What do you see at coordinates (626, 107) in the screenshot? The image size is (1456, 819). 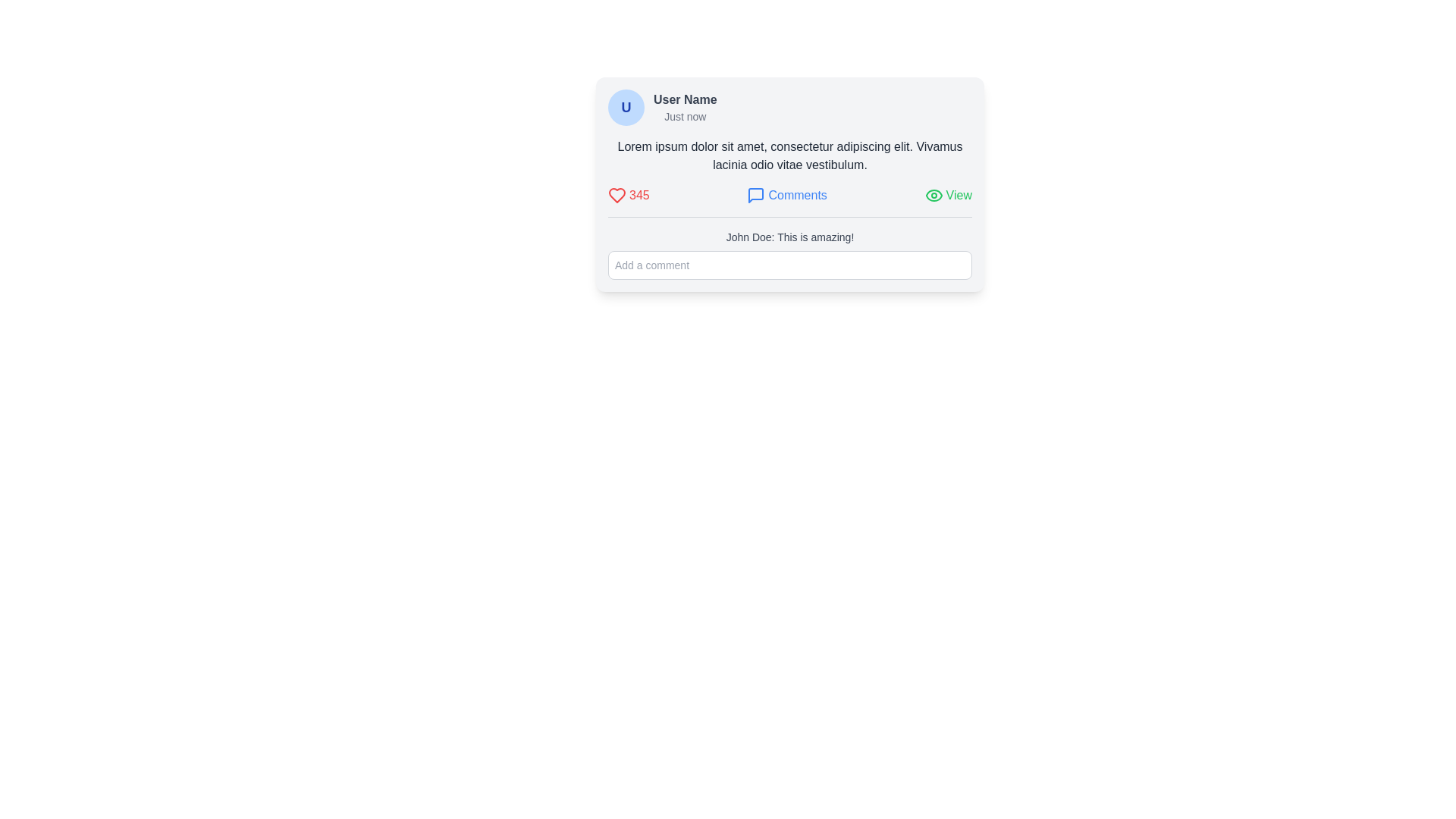 I see `the circular avatar icon with a blue background that contains the letter 'U' in bold font, located on the top-left side of the user card component` at bounding box center [626, 107].